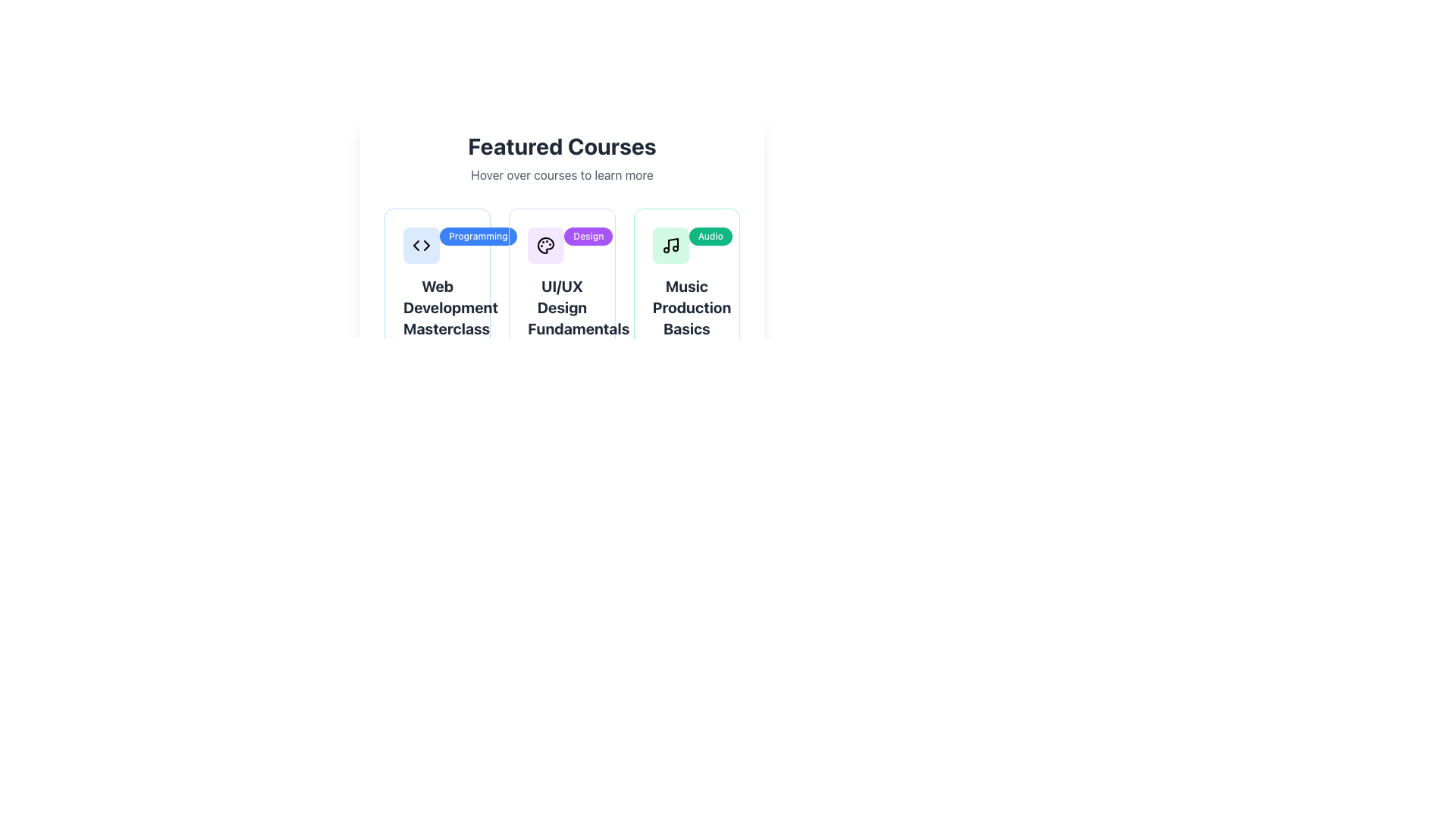 This screenshot has width=1456, height=819. What do you see at coordinates (546, 245) in the screenshot?
I see `the square icon with a light purple background and a black palette symbol, located in the second column of the 'Featured Courses' row, associated with the 'Design' tag, above the text 'UI/UX Design Fundamentals'` at bounding box center [546, 245].